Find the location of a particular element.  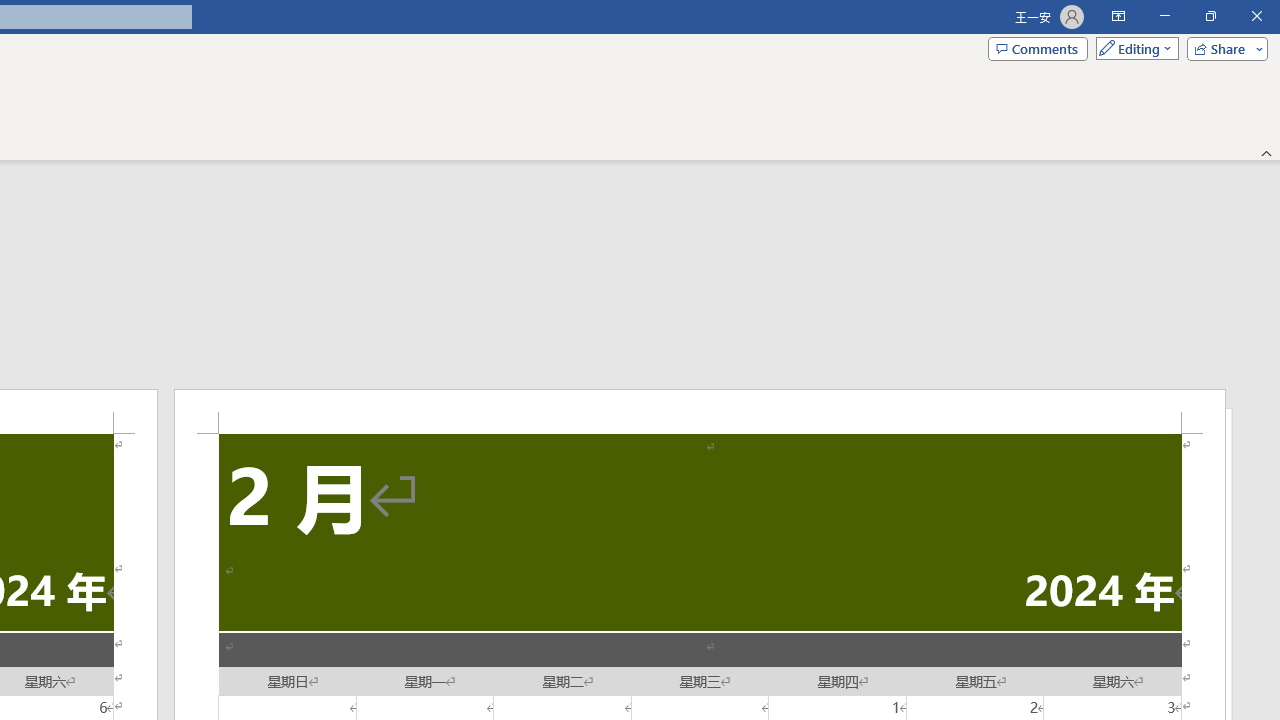

'Restore Down' is located at coordinates (1209, 16).